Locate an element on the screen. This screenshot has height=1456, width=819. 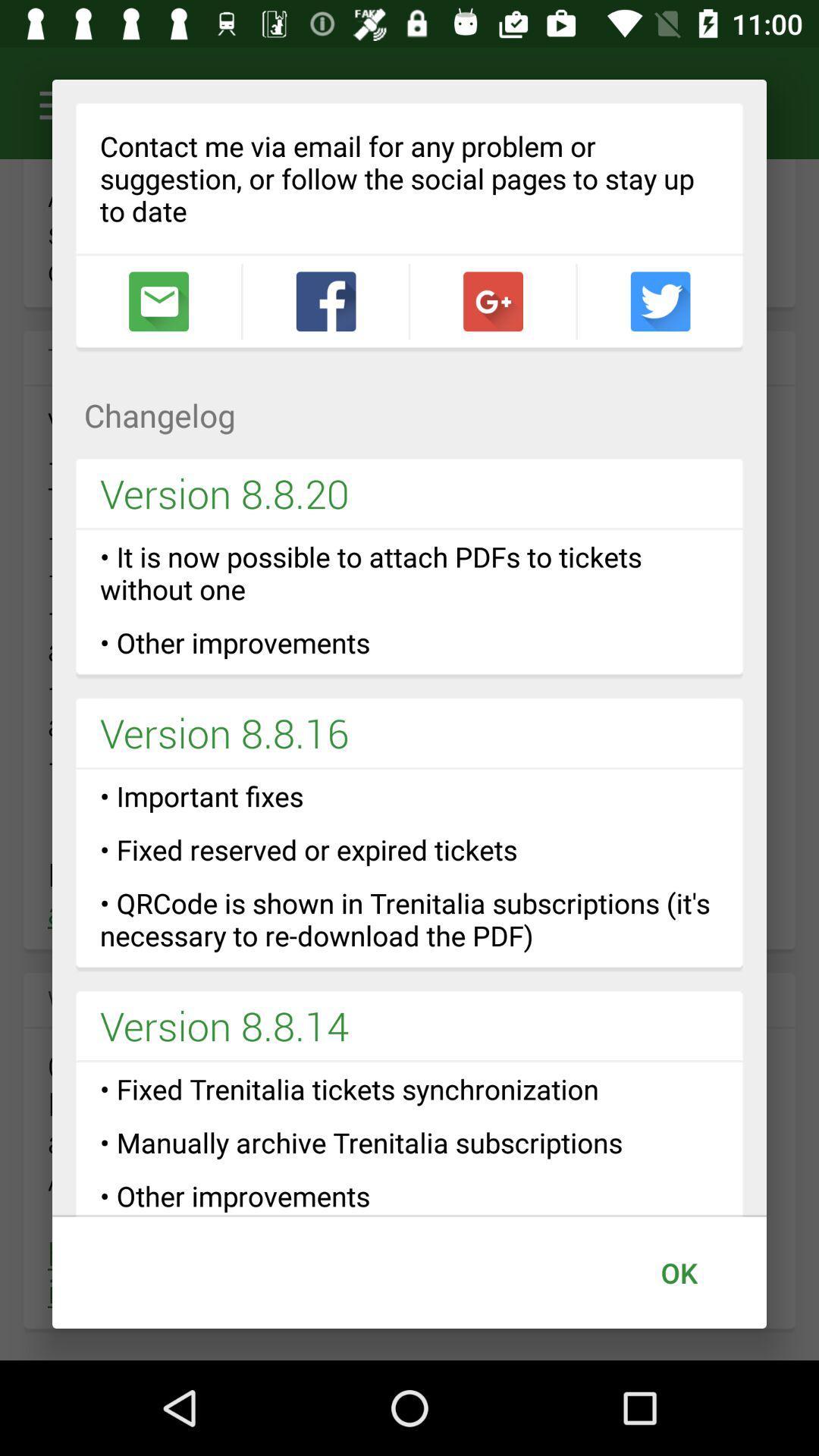
the ok icon is located at coordinates (678, 1272).